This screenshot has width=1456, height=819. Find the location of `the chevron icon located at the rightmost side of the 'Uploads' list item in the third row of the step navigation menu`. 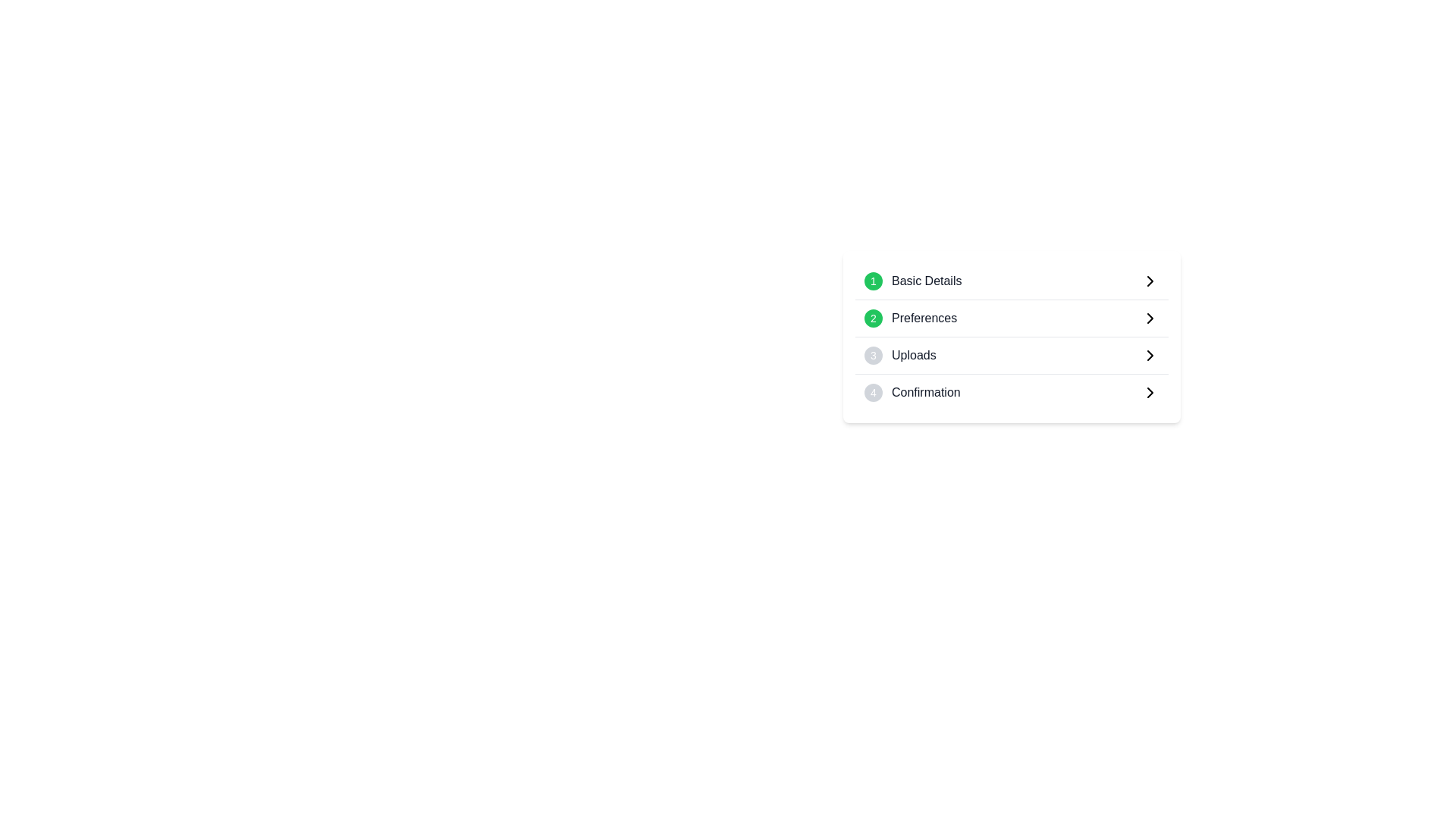

the chevron icon located at the rightmost side of the 'Uploads' list item in the third row of the step navigation menu is located at coordinates (1150, 356).